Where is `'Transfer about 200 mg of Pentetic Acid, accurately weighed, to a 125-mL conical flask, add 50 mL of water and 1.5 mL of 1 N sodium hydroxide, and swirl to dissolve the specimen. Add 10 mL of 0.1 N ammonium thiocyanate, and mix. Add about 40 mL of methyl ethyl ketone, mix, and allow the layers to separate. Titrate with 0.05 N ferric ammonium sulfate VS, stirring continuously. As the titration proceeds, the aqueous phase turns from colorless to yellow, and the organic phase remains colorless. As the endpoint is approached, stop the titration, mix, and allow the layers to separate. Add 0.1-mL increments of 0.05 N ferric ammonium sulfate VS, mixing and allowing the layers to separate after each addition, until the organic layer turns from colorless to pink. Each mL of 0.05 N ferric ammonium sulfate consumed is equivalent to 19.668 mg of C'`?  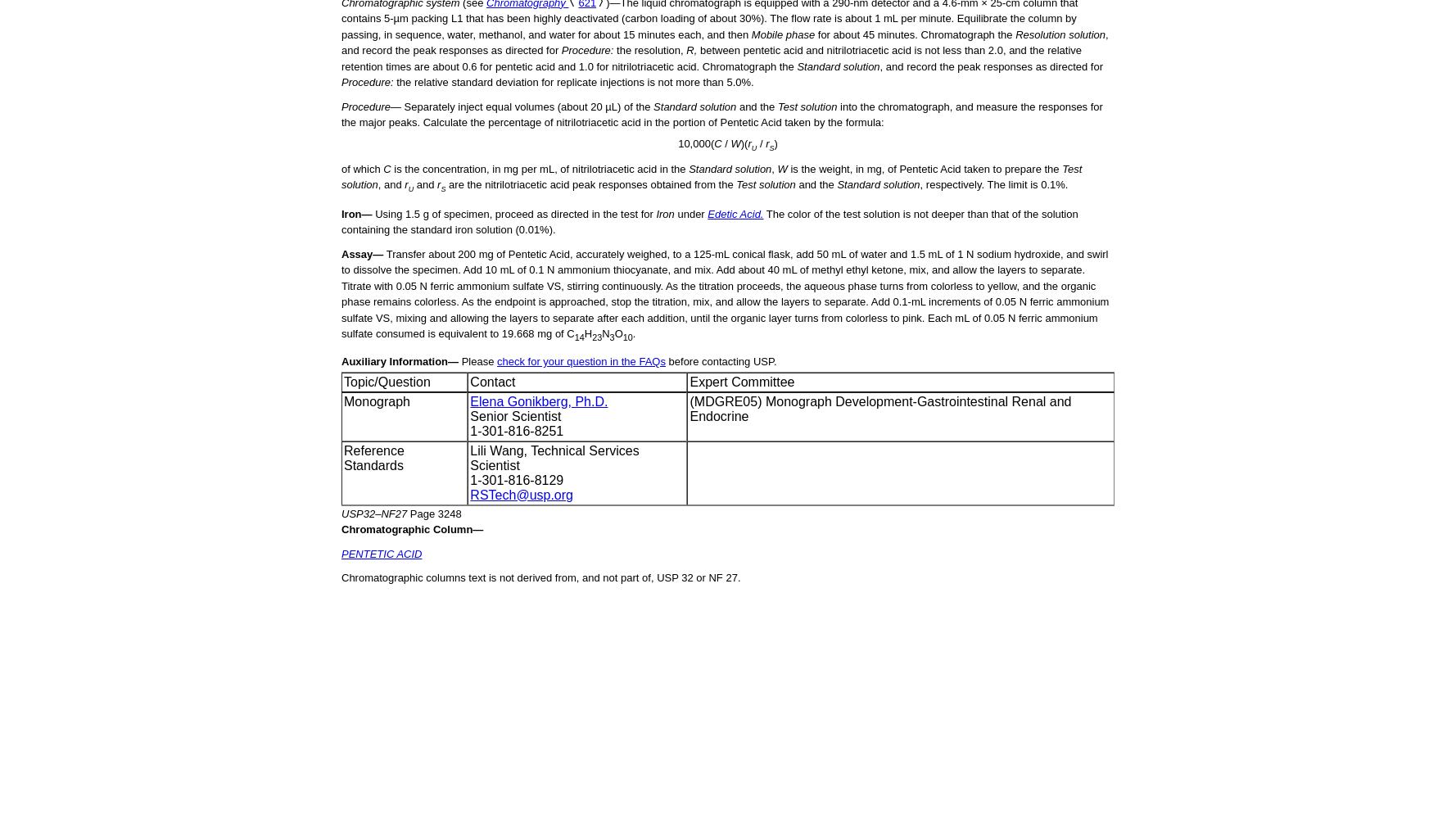 'Transfer about 200 mg of Pentetic Acid, accurately weighed, to a 125-mL conical flask, add 50 mL of water and 1.5 mL of 1 N sodium hydroxide, and swirl to dissolve the specimen. Add 10 mL of 0.1 N ammonium thiocyanate, and mix. Add about 40 mL of methyl ethyl ketone, mix, and allow the layers to separate. Titrate with 0.05 N ferric ammonium sulfate VS, stirring continuously. As the titration proceeds, the aqueous phase turns from colorless to yellow, and the organic phase remains colorless. As the endpoint is approached, stop the titration, mix, and allow the layers to separate. Add 0.1-mL increments of 0.05 N ferric ammonium sulfate VS, mixing and allowing the layers to separate after each addition, until the organic layer turns from colorless to pink. Each mL of 0.05 N ferric ammonium sulfate consumed is equivalent to 19.668 mg of C' is located at coordinates (724, 292).